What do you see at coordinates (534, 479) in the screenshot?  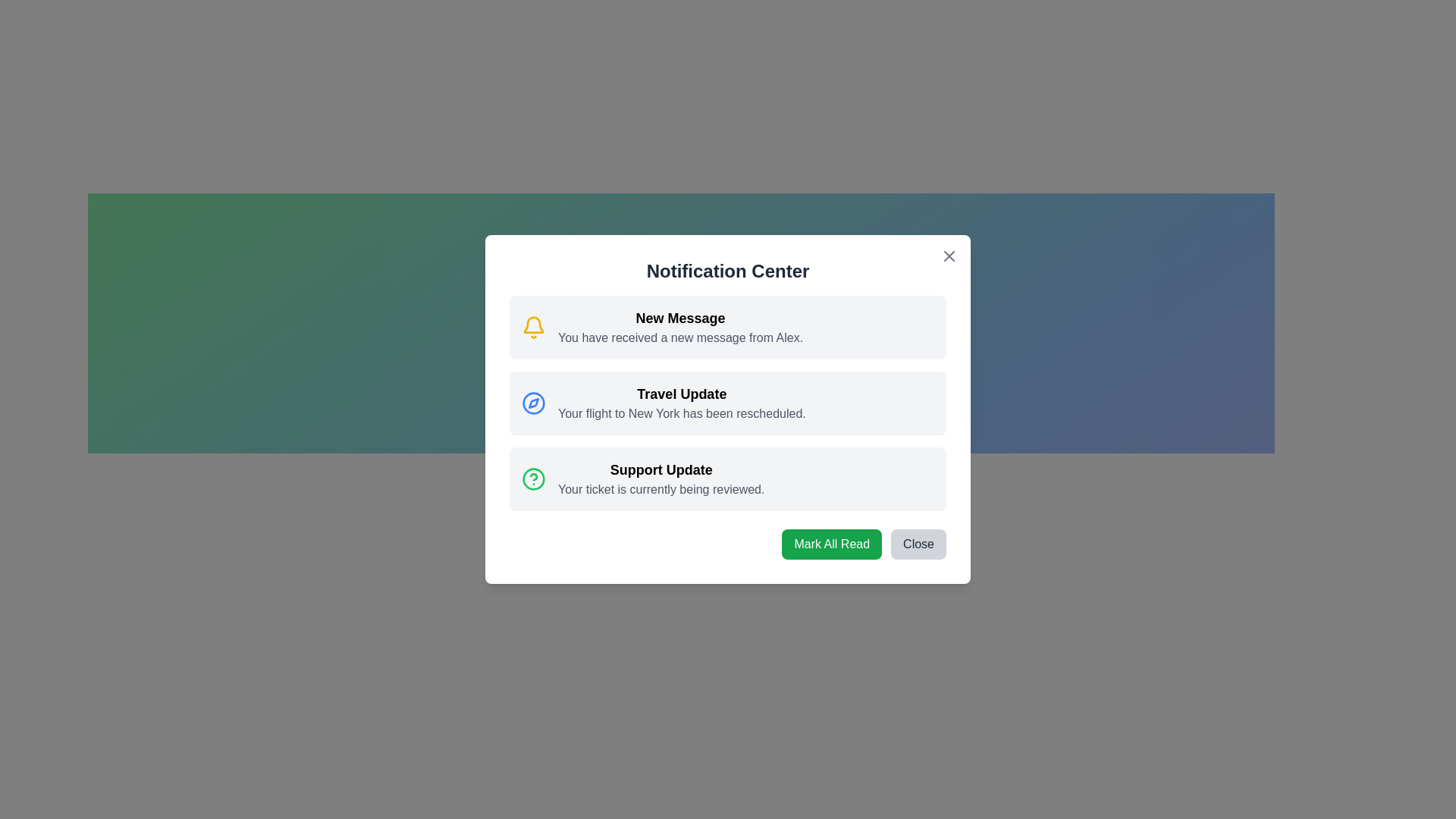 I see `the Decorative icon that indicates the 'Support Update' section, which is located to the far left within the third informational section below the 'Support Update' title` at bounding box center [534, 479].